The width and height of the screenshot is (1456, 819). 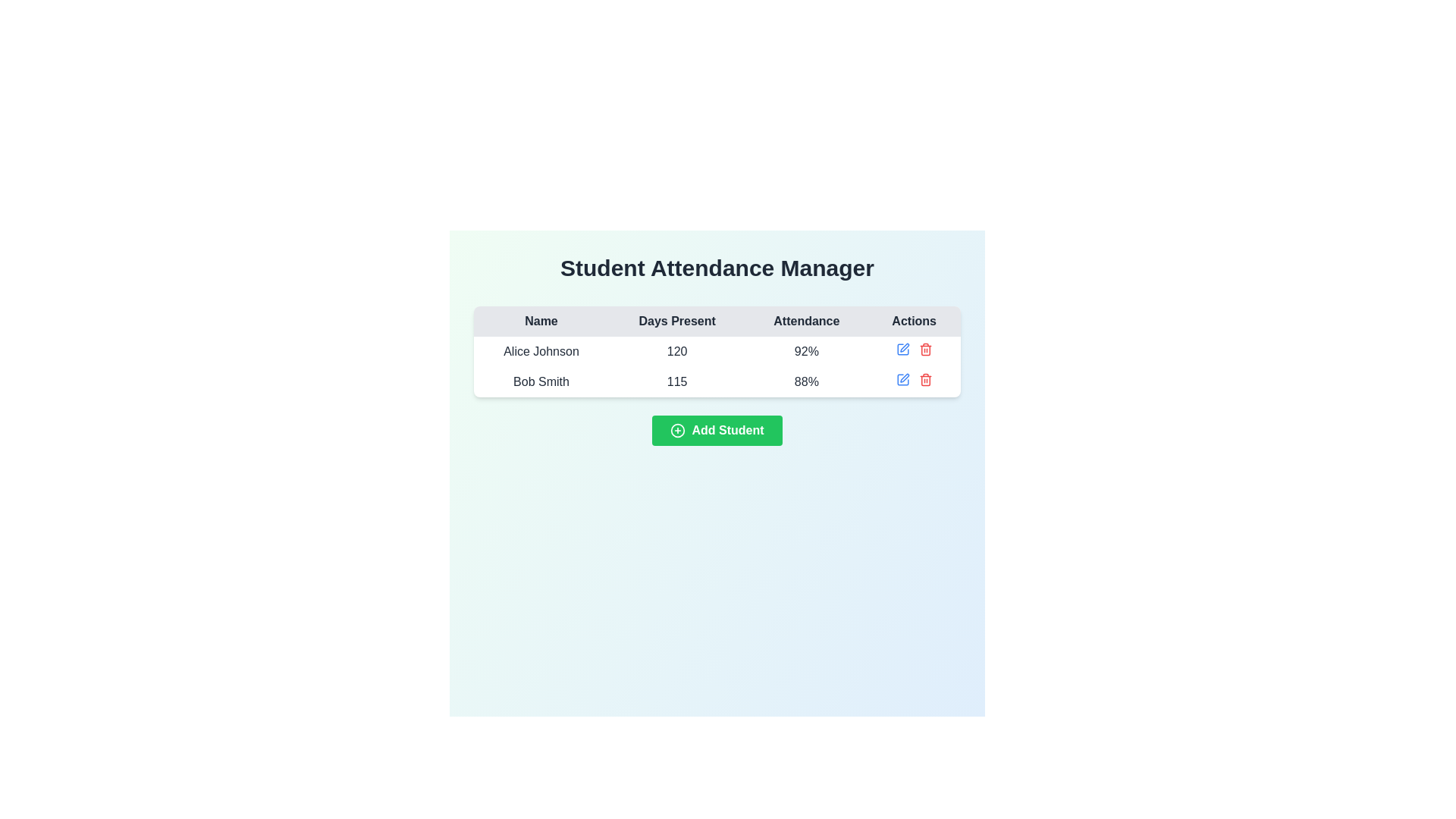 What do you see at coordinates (924, 379) in the screenshot?
I see `the red trash bin icon button located at the far right in the 'Actions' column of the table's second row for keyboard interaction` at bounding box center [924, 379].